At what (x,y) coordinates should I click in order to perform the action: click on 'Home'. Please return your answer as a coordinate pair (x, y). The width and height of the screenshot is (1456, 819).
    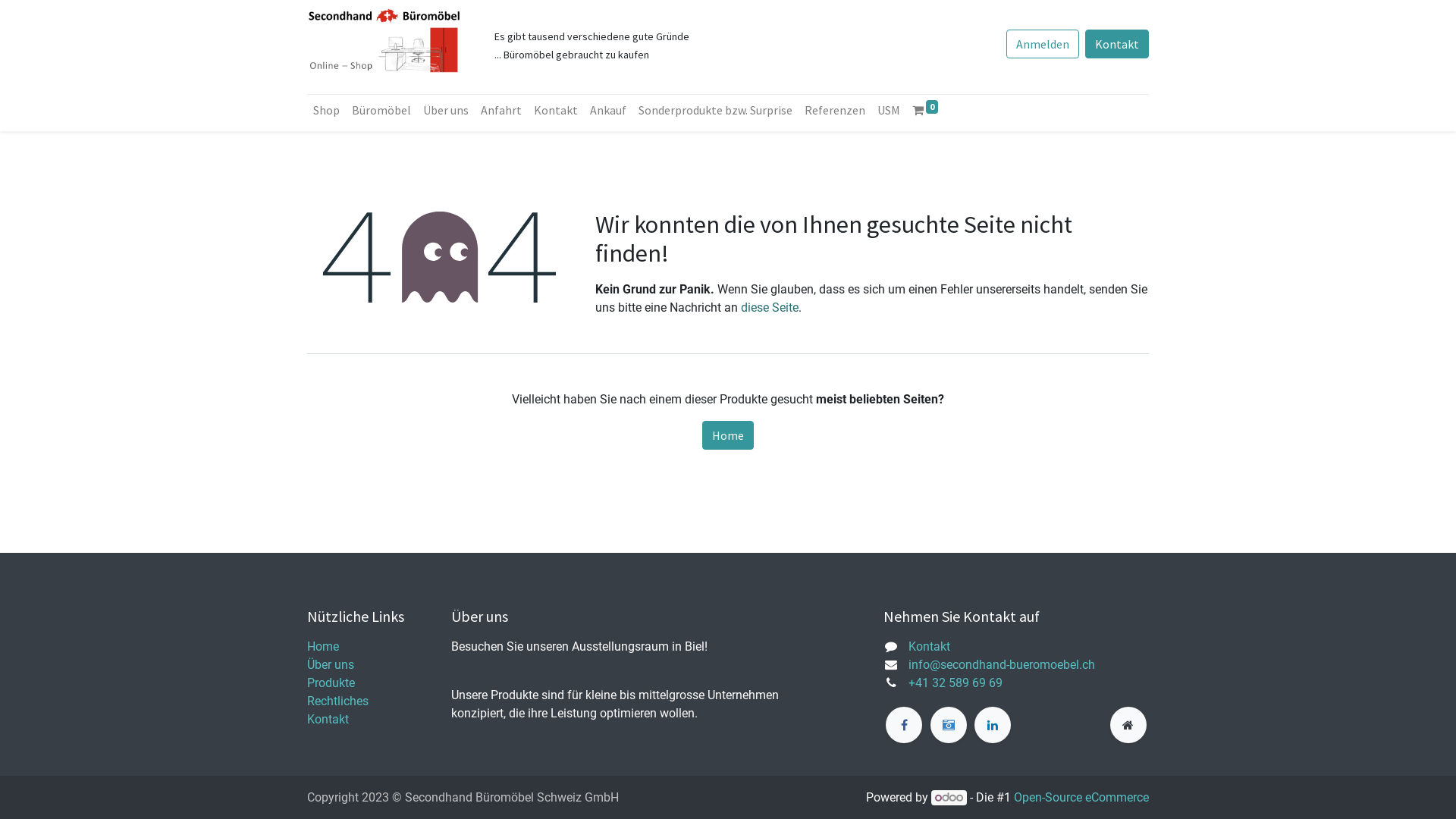
    Looking at the image, I should click on (322, 646).